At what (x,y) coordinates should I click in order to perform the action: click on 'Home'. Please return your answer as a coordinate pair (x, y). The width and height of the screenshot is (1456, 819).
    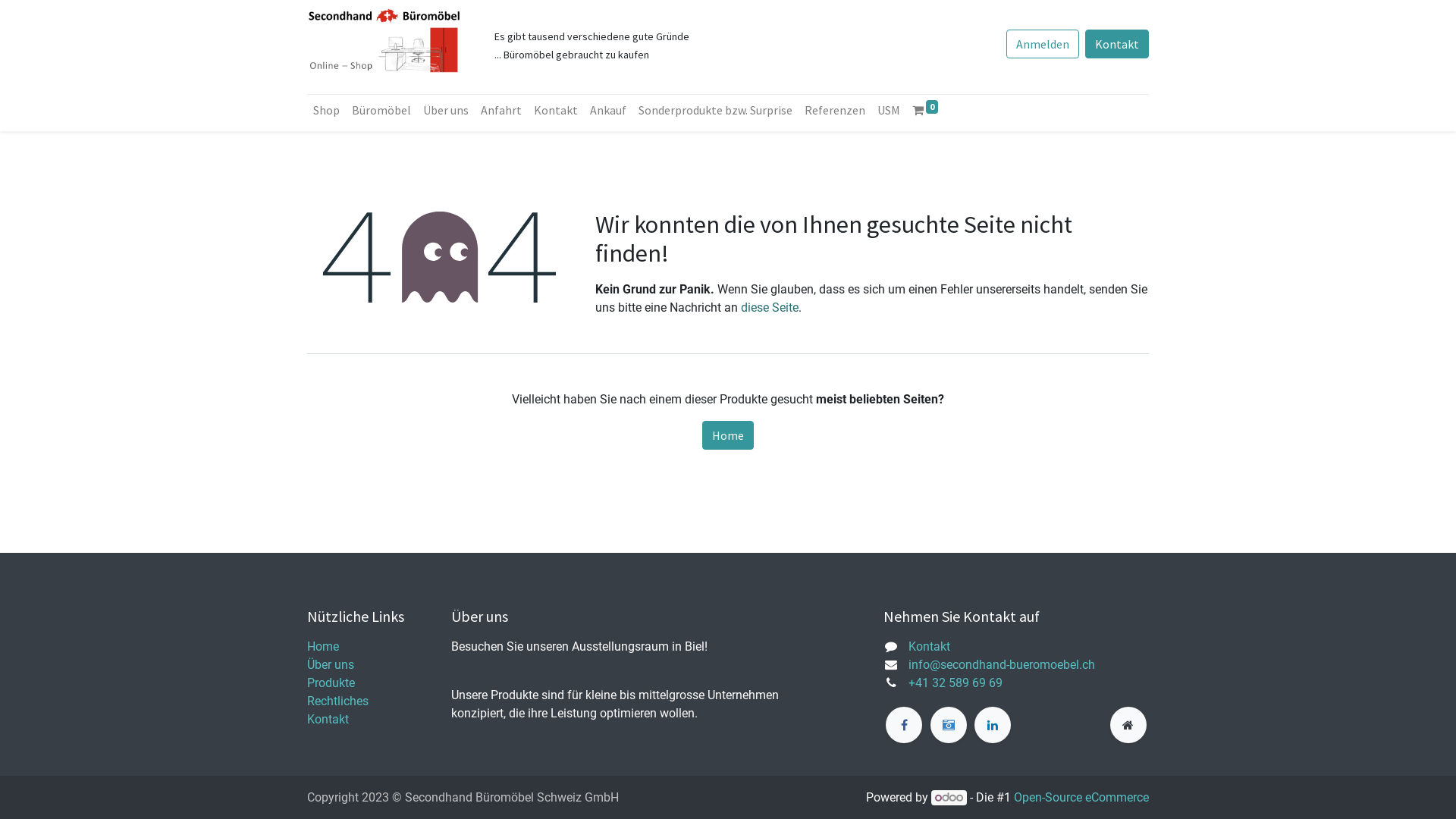
    Looking at the image, I should click on (322, 646).